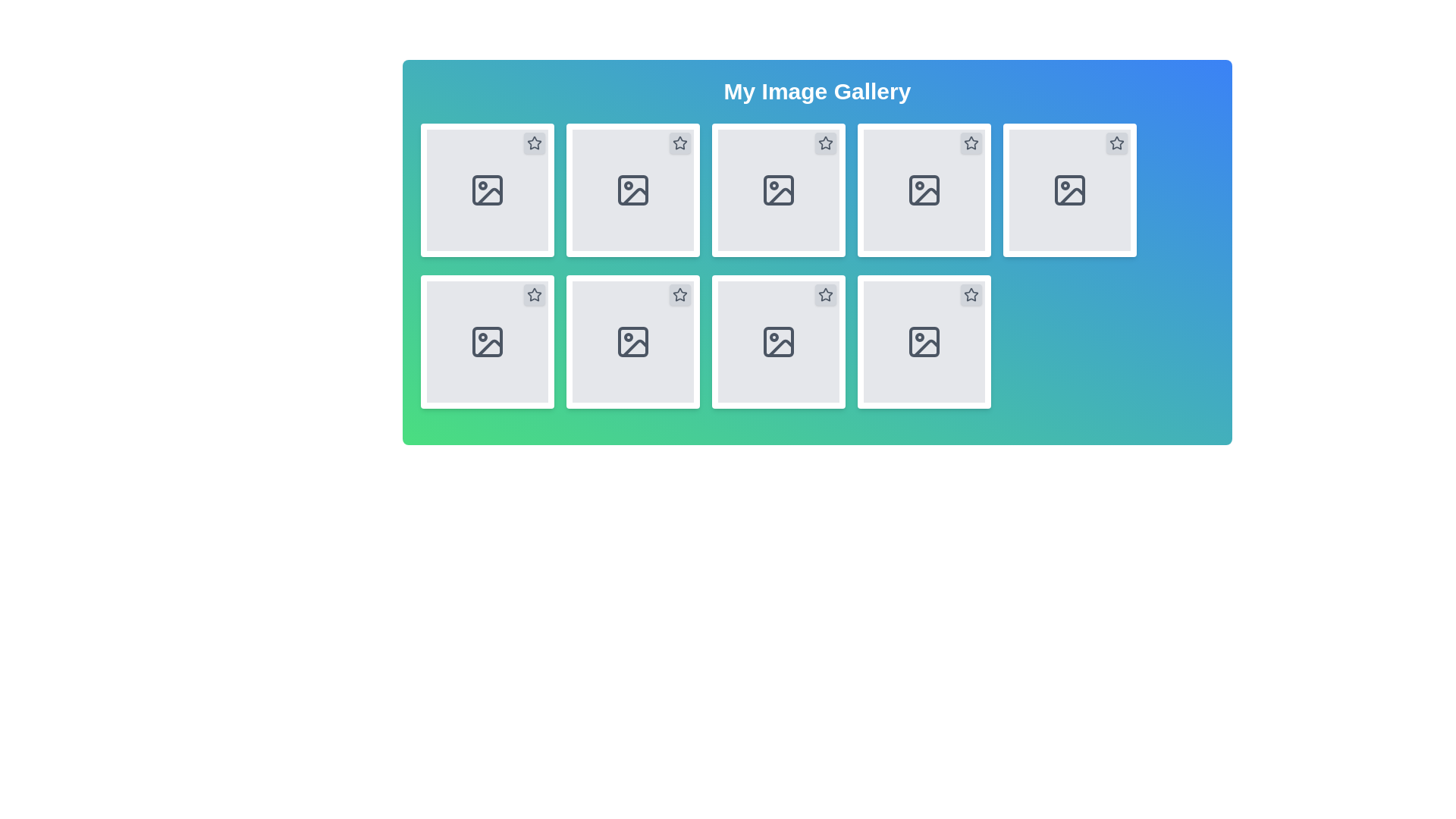 The height and width of the screenshot is (819, 1456). I want to click on the icon or image placeholder, so click(924, 342).